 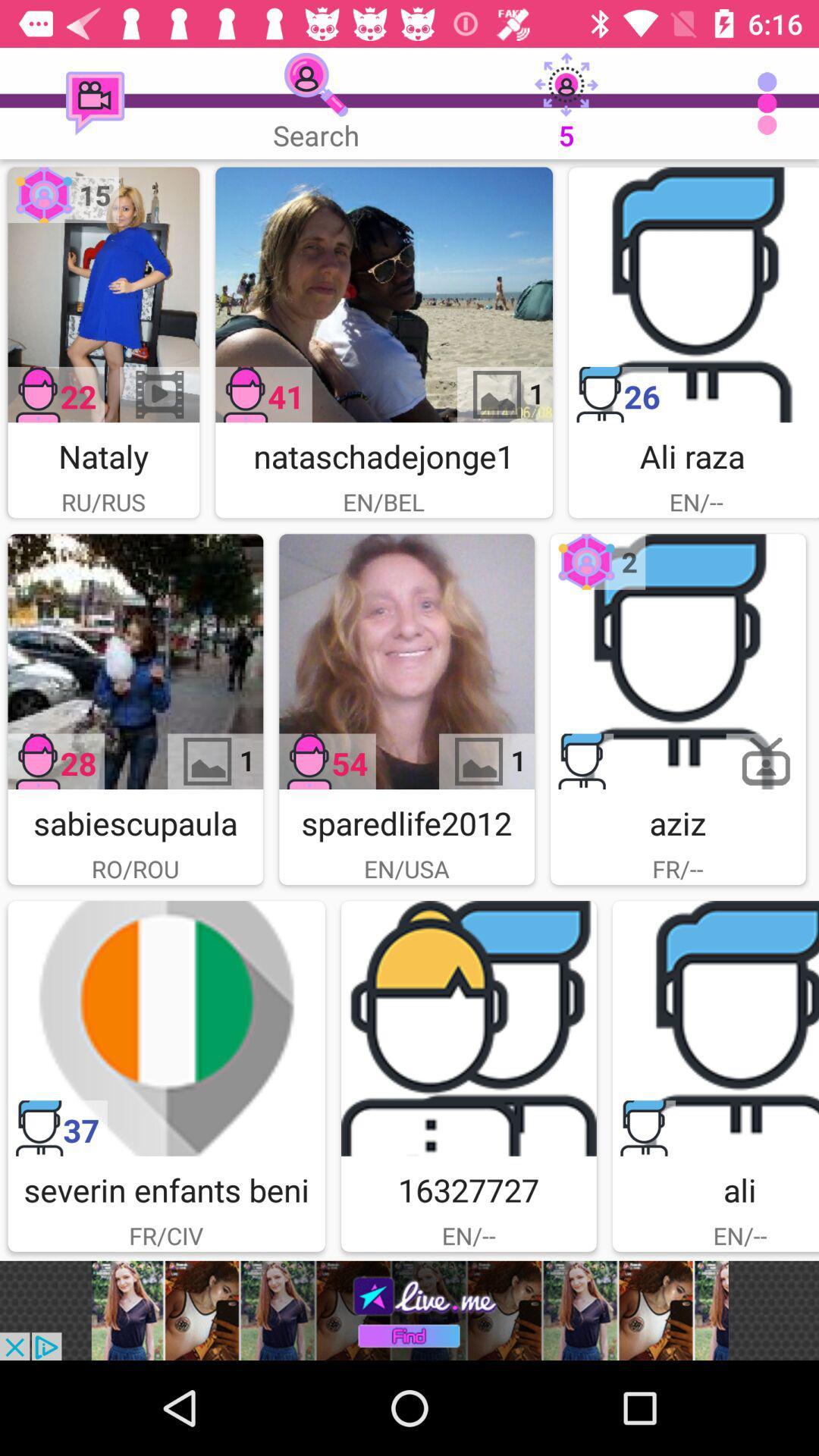 What do you see at coordinates (409, 1310) in the screenshot?
I see `advertisement` at bounding box center [409, 1310].